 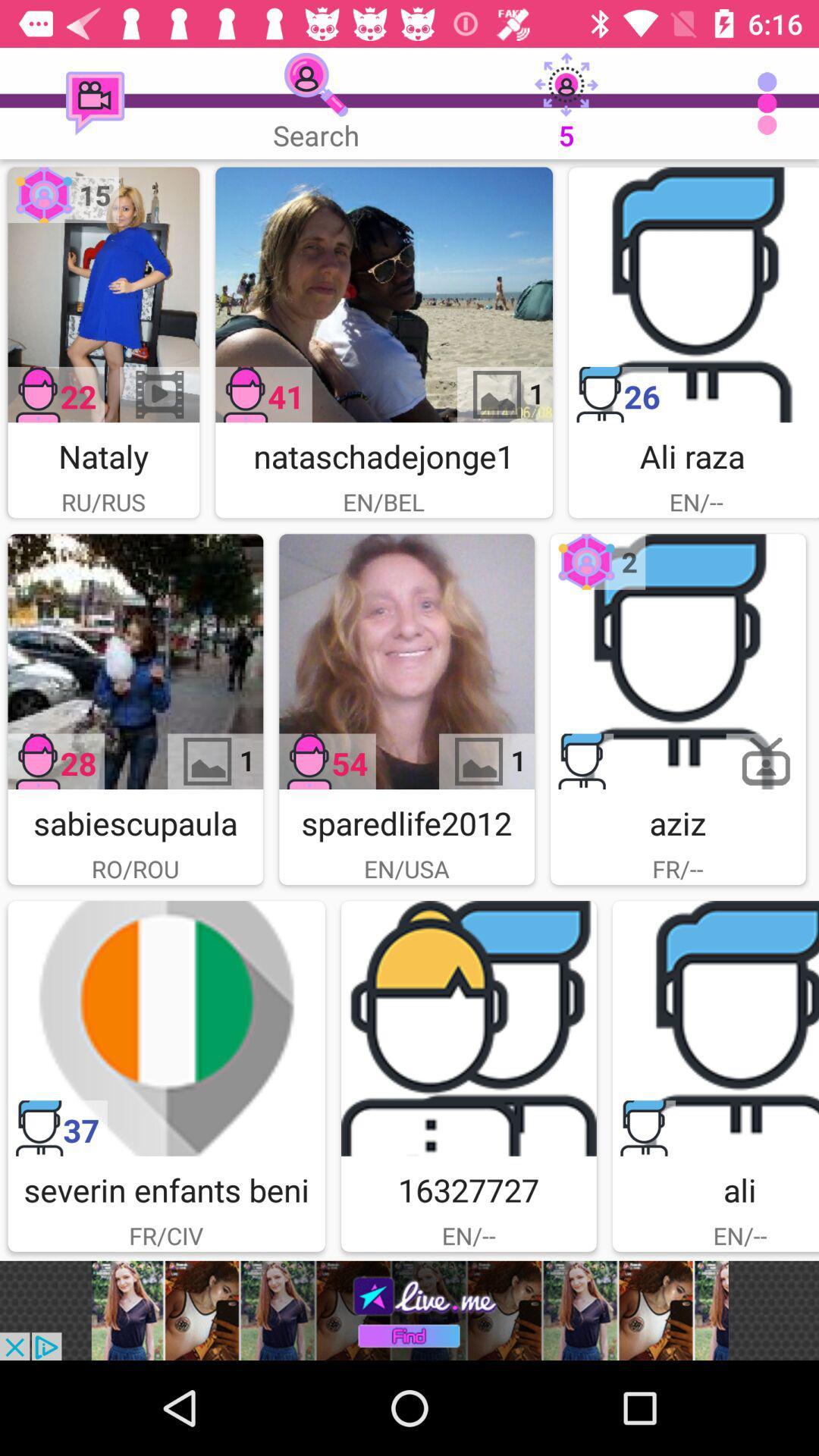 What do you see at coordinates (409, 1310) in the screenshot?
I see `advertisement` at bounding box center [409, 1310].